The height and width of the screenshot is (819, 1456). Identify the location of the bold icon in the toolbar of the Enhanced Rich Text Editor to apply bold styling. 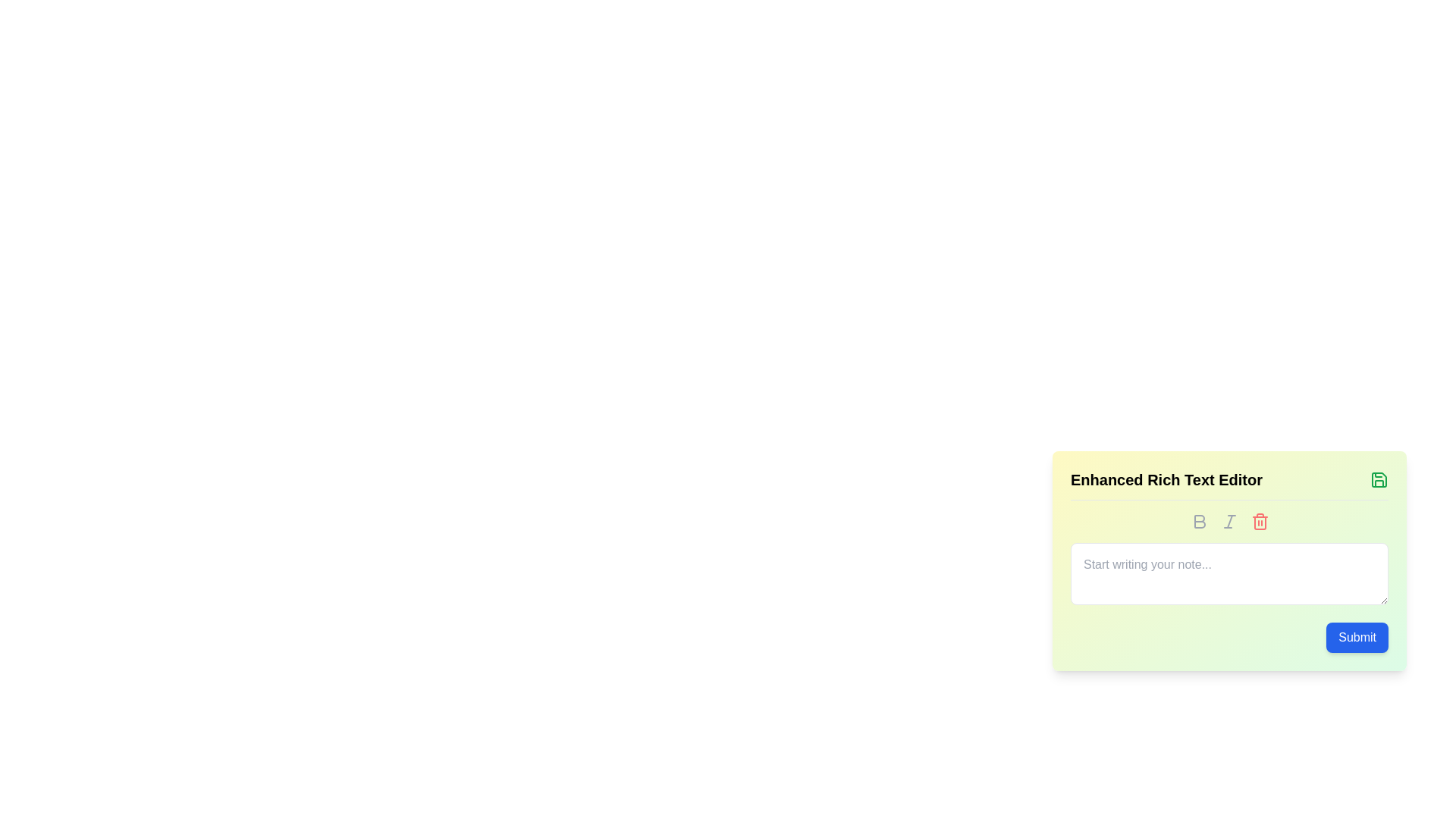
(1199, 520).